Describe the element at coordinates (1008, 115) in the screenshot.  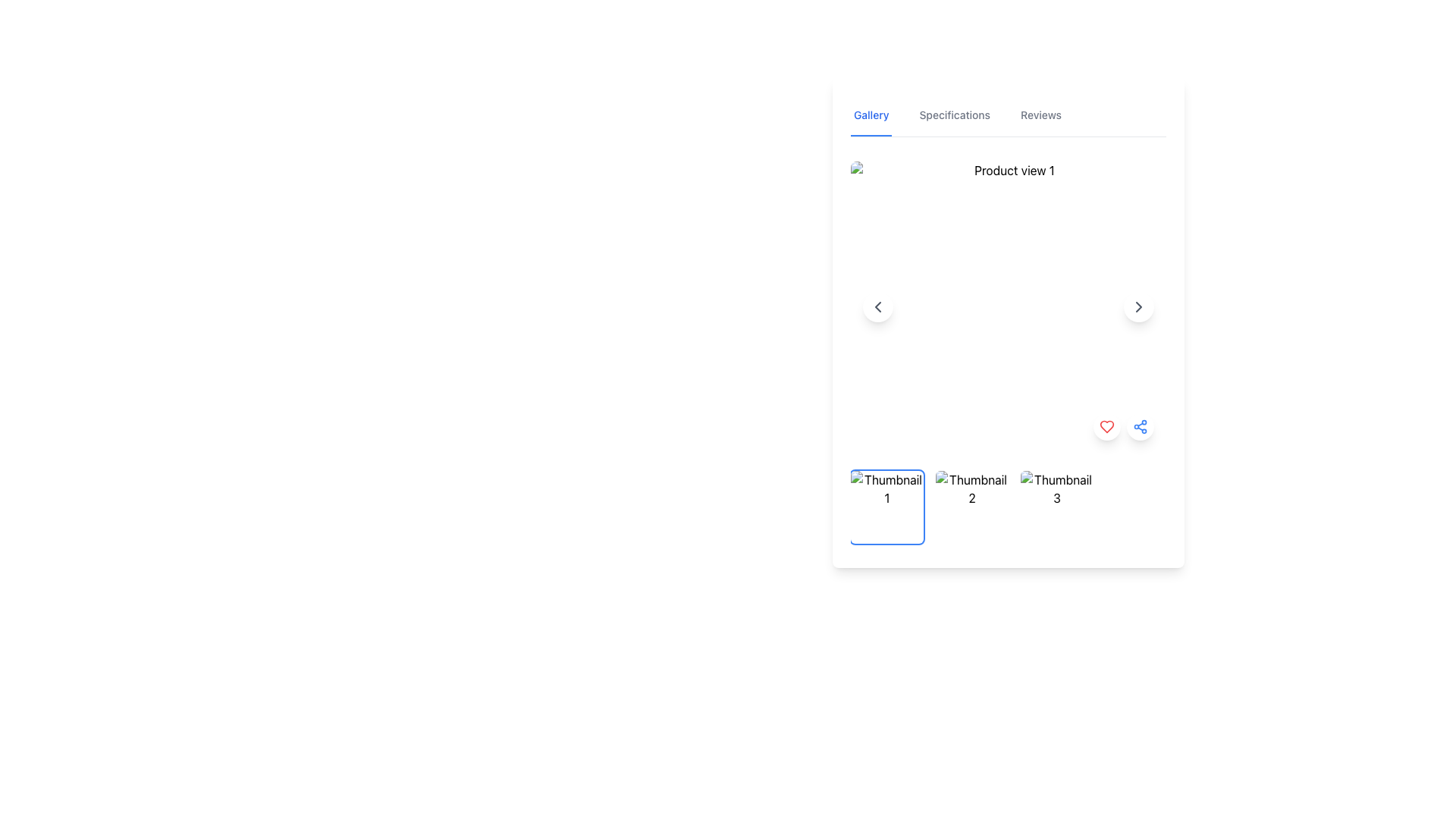
I see `the 'Specifications' or 'Reviews' tab in the navigation bar` at that location.